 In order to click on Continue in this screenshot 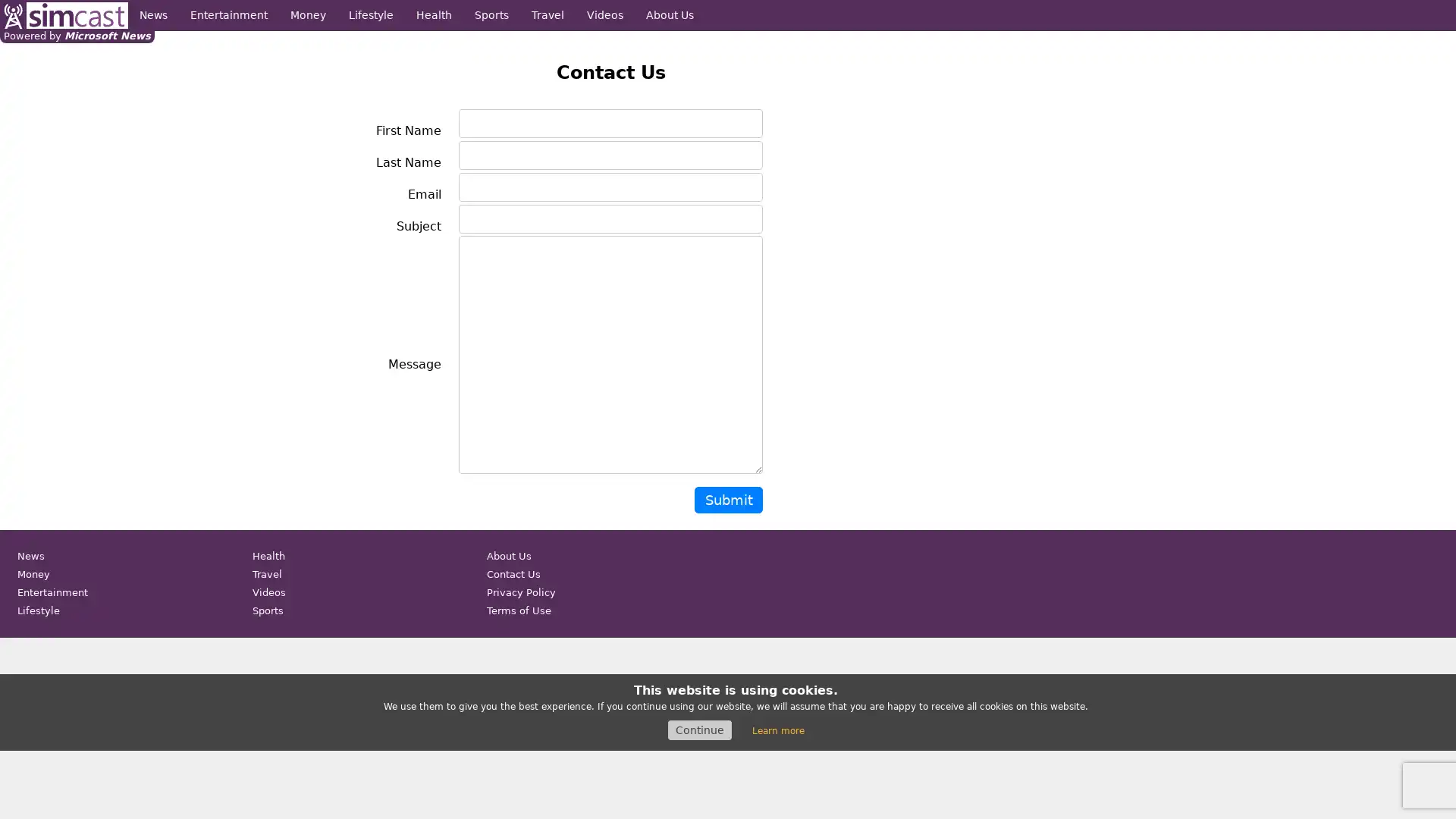, I will do `click(698, 730)`.